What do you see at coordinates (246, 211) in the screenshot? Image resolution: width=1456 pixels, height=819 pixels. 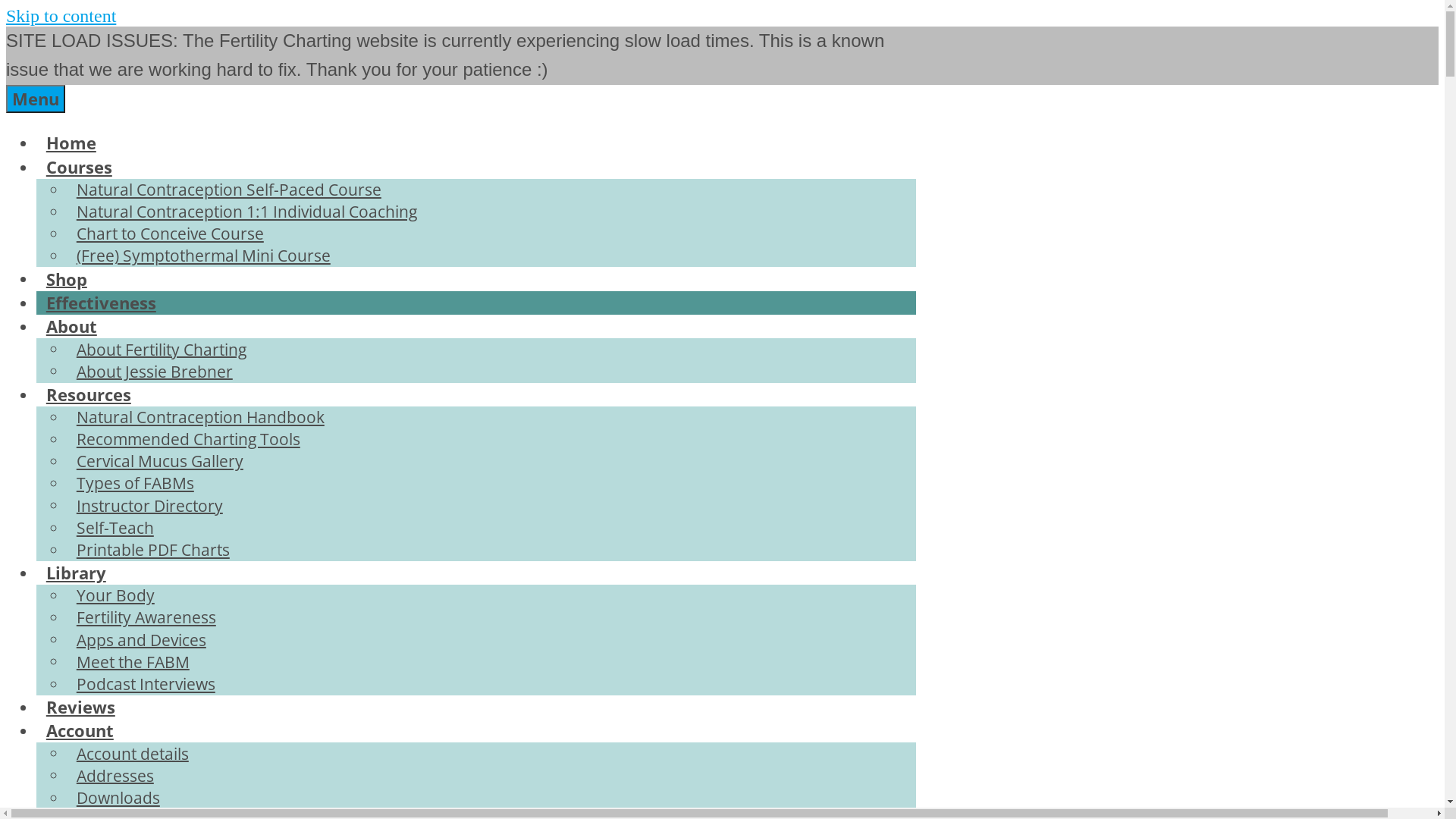 I see `'Natural Contraception 1:1 Individual Coaching'` at bounding box center [246, 211].